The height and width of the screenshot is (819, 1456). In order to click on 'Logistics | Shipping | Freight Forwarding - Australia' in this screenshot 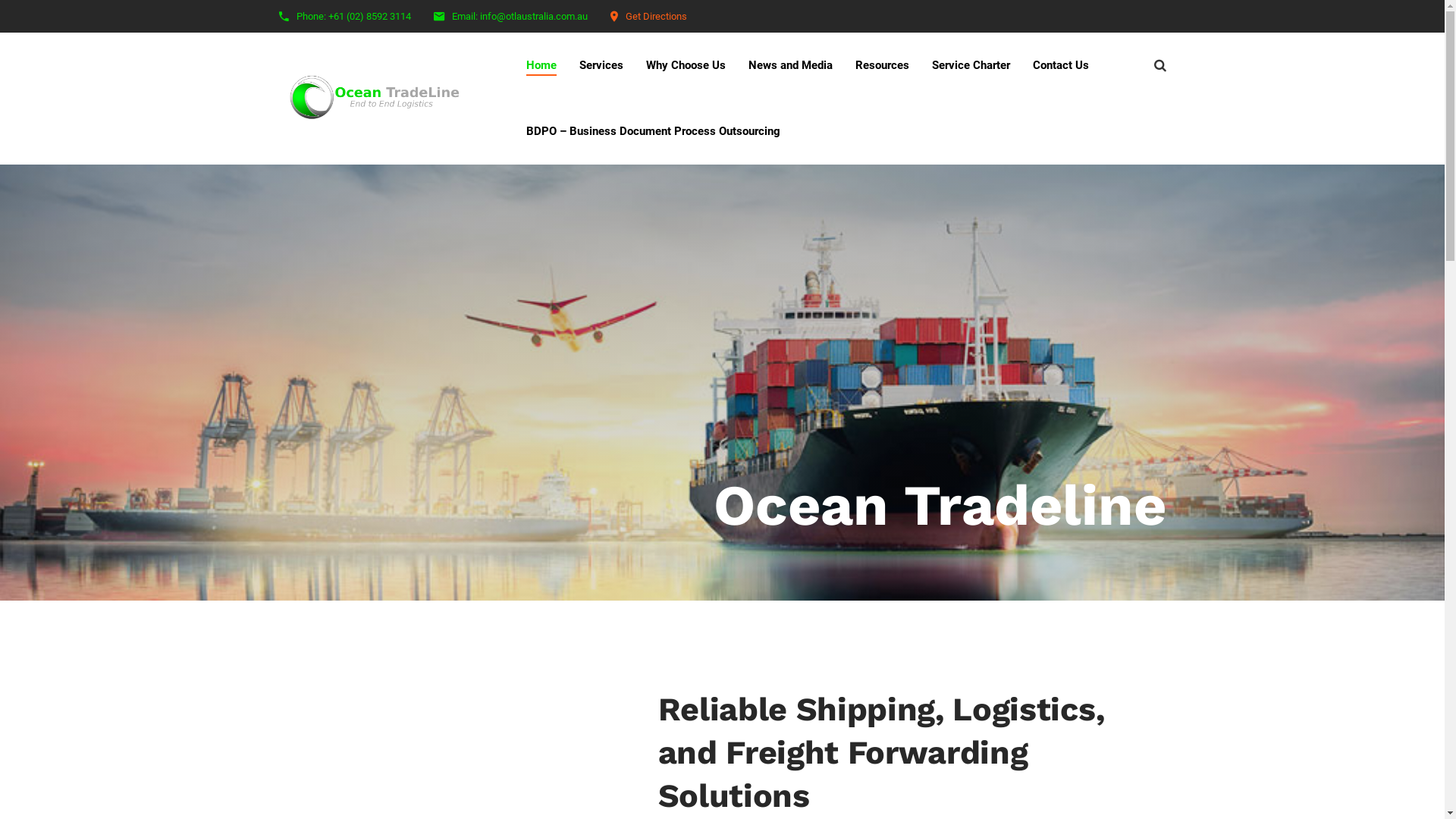, I will do `click(381, 99)`.